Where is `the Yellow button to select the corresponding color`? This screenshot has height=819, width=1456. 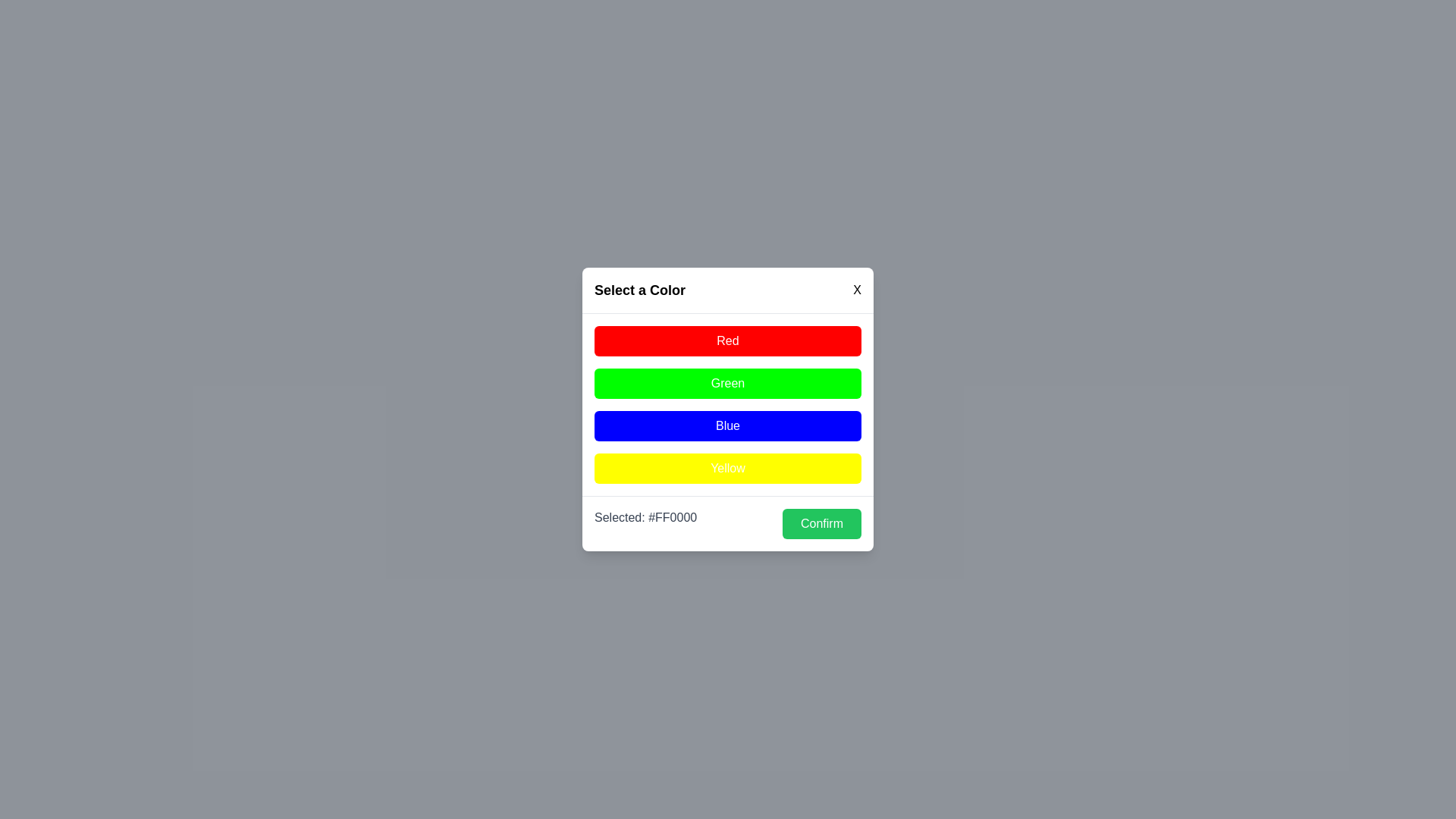
the Yellow button to select the corresponding color is located at coordinates (728, 467).